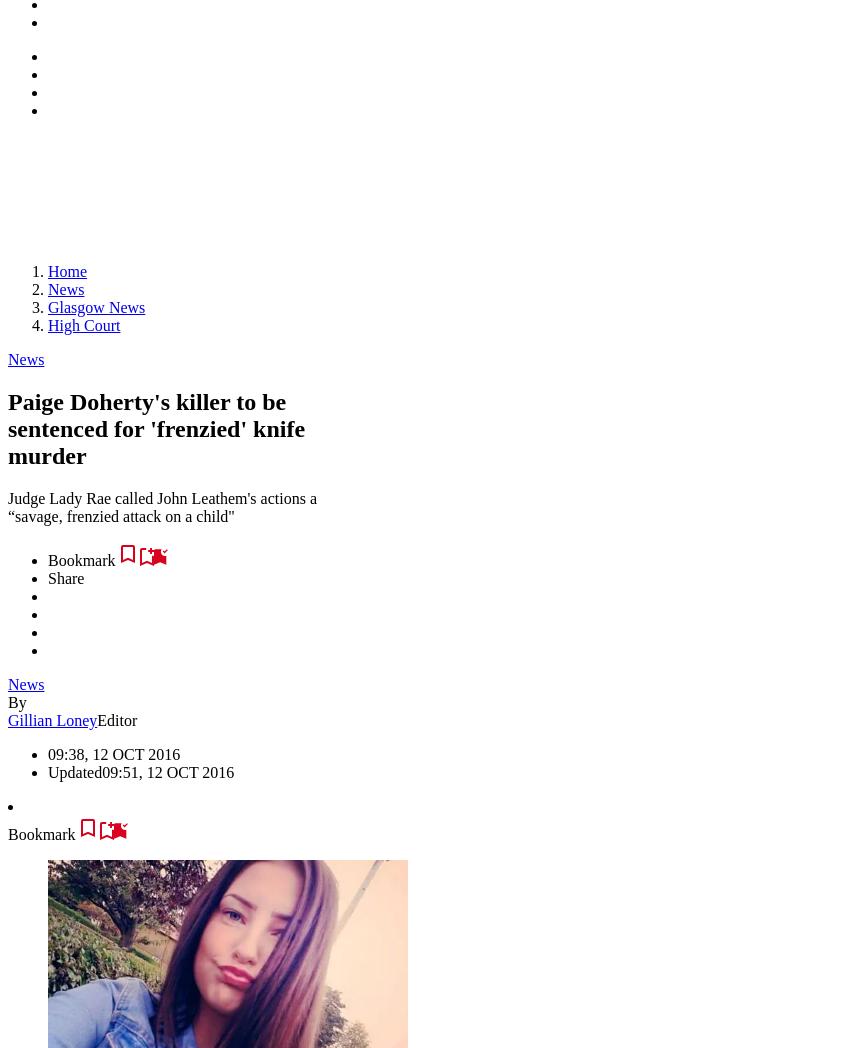 This screenshot has width=858, height=1048. What do you see at coordinates (7, 428) in the screenshot?
I see `'Paige Doherty's killer to be sentenced for 'frenzied' knife murder'` at bounding box center [7, 428].